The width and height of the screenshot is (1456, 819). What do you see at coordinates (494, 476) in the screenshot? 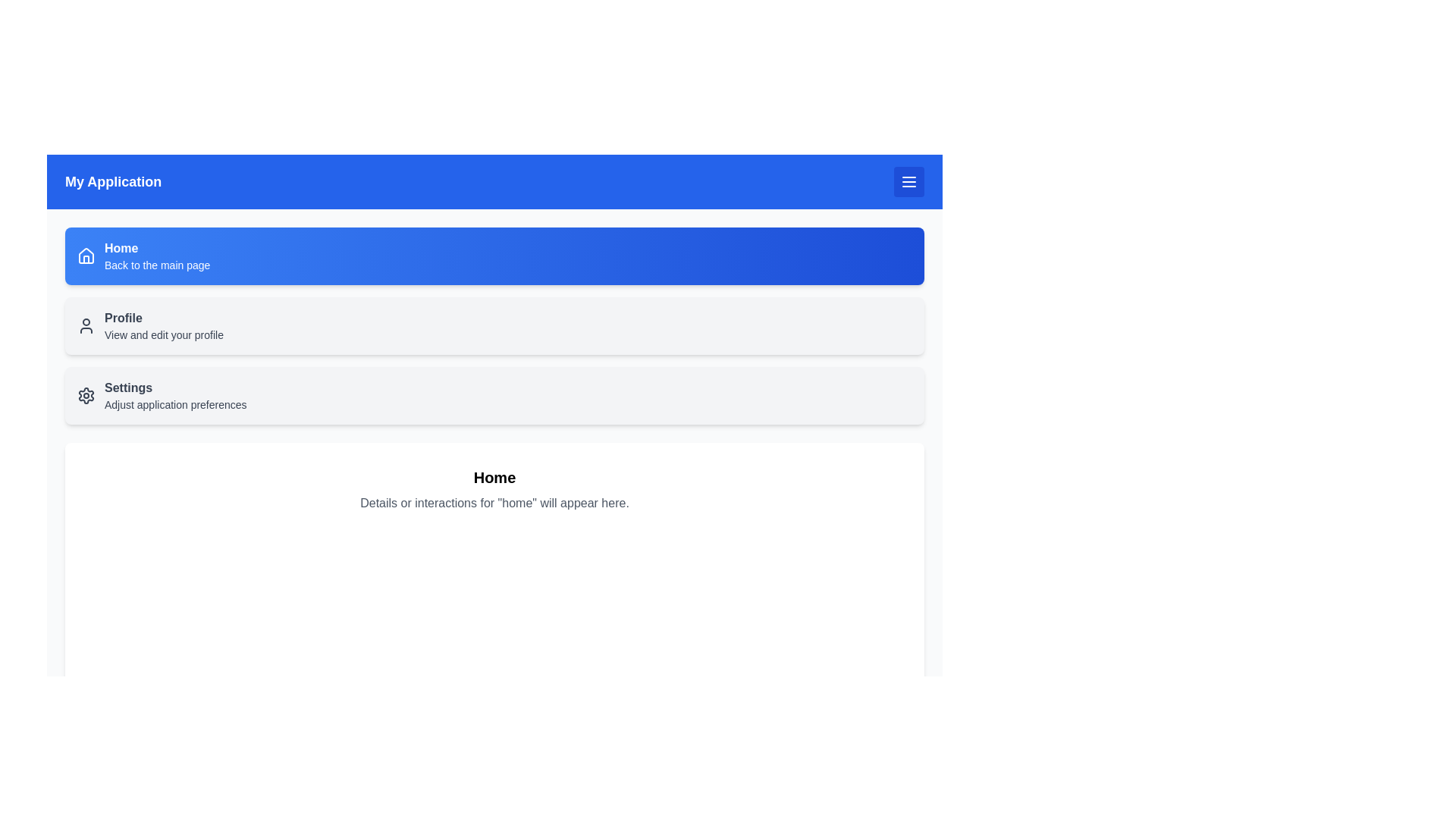
I see `the 'Home' heading text label, which is bold and enlarged, positioned at the top of a white box` at bounding box center [494, 476].